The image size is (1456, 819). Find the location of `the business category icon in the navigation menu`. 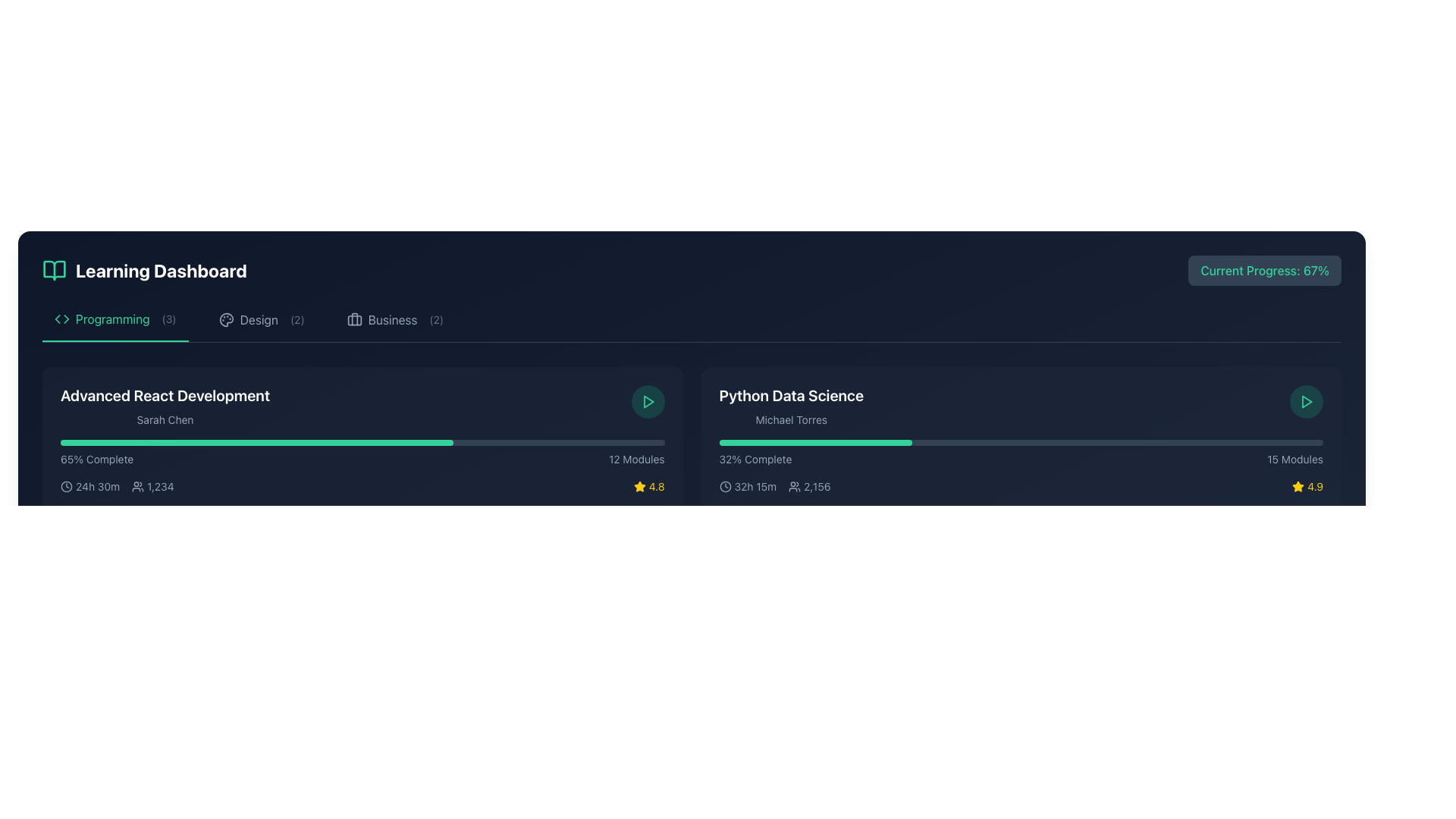

the business category icon in the navigation menu is located at coordinates (353, 318).